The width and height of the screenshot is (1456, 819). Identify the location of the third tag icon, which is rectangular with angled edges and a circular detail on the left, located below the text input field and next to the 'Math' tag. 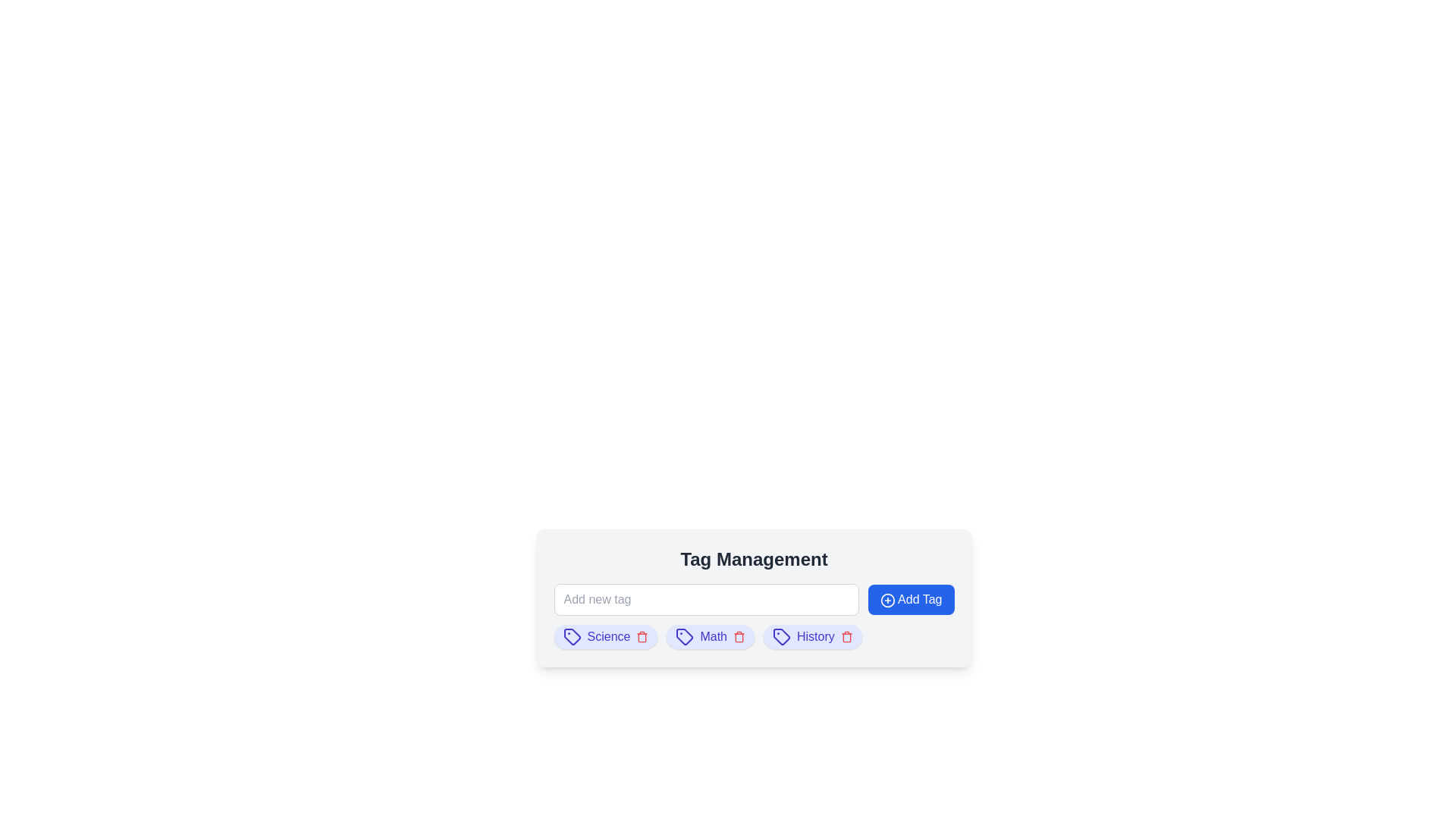
(781, 636).